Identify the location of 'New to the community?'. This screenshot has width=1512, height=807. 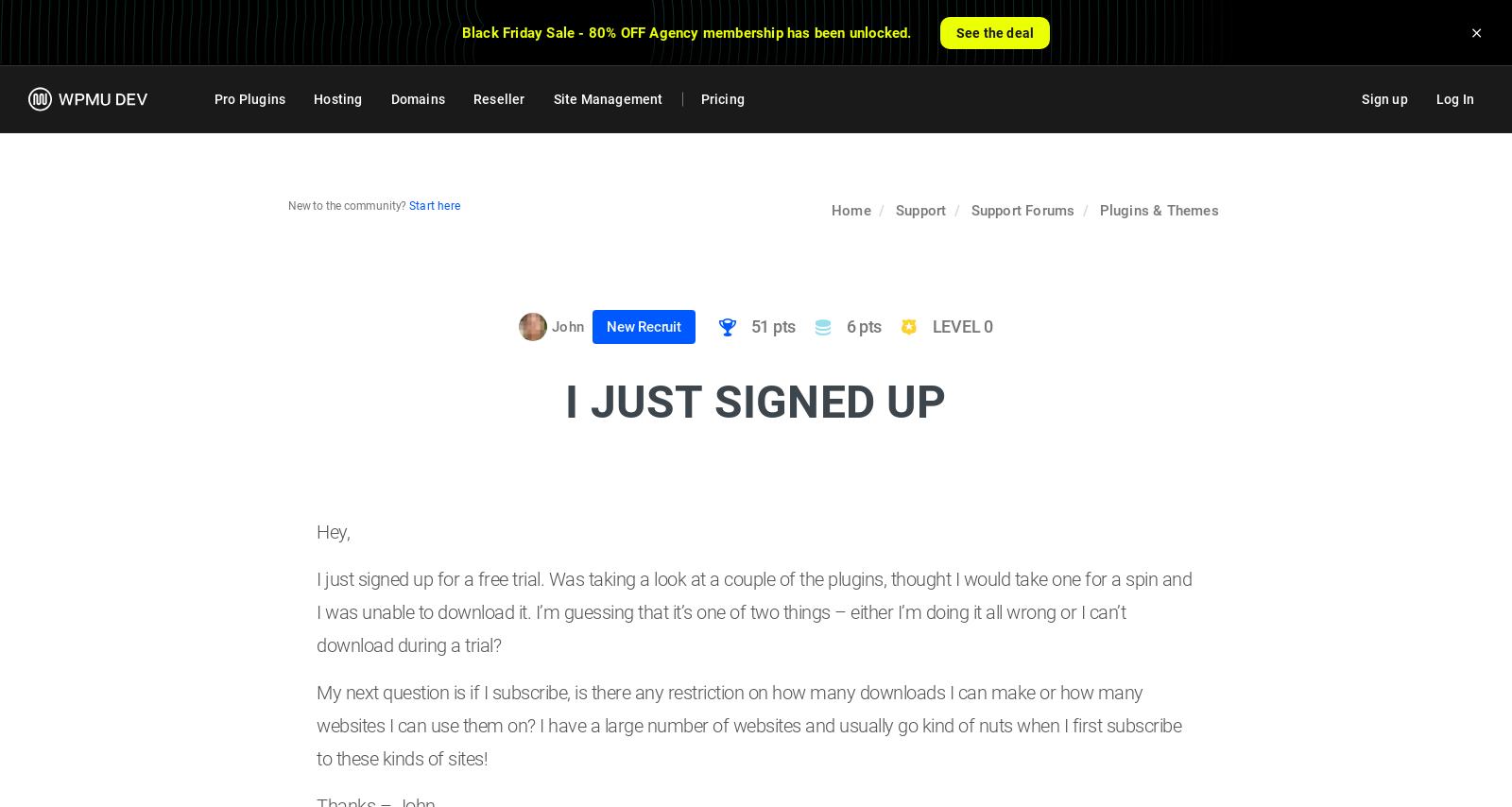
(348, 206).